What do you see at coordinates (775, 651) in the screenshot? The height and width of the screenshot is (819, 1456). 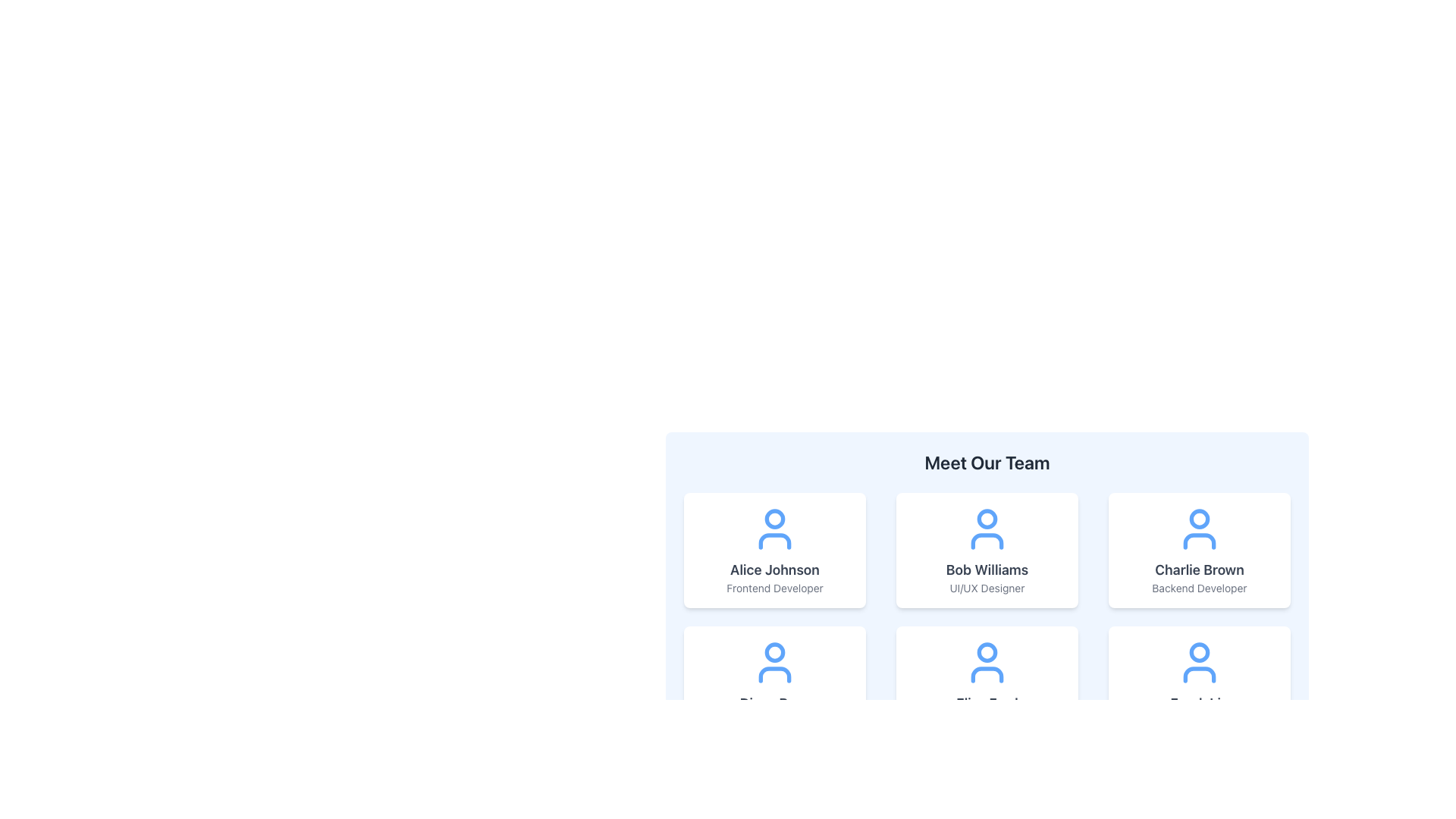 I see `the SVG circle representing the head of the user profile icon located in the second row, first column under the 'Meet Our Team' title` at bounding box center [775, 651].